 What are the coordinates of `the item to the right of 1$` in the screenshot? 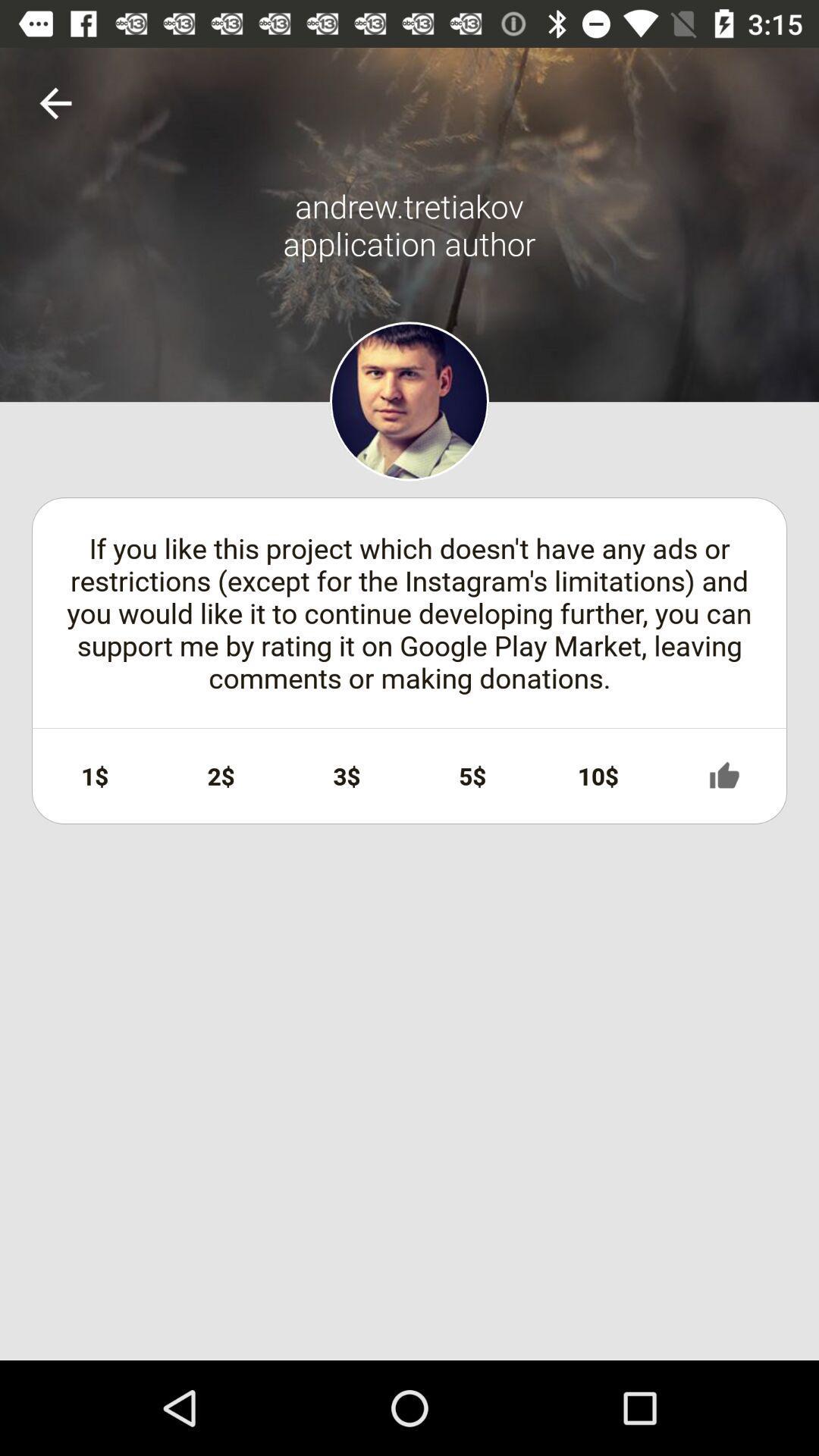 It's located at (221, 776).